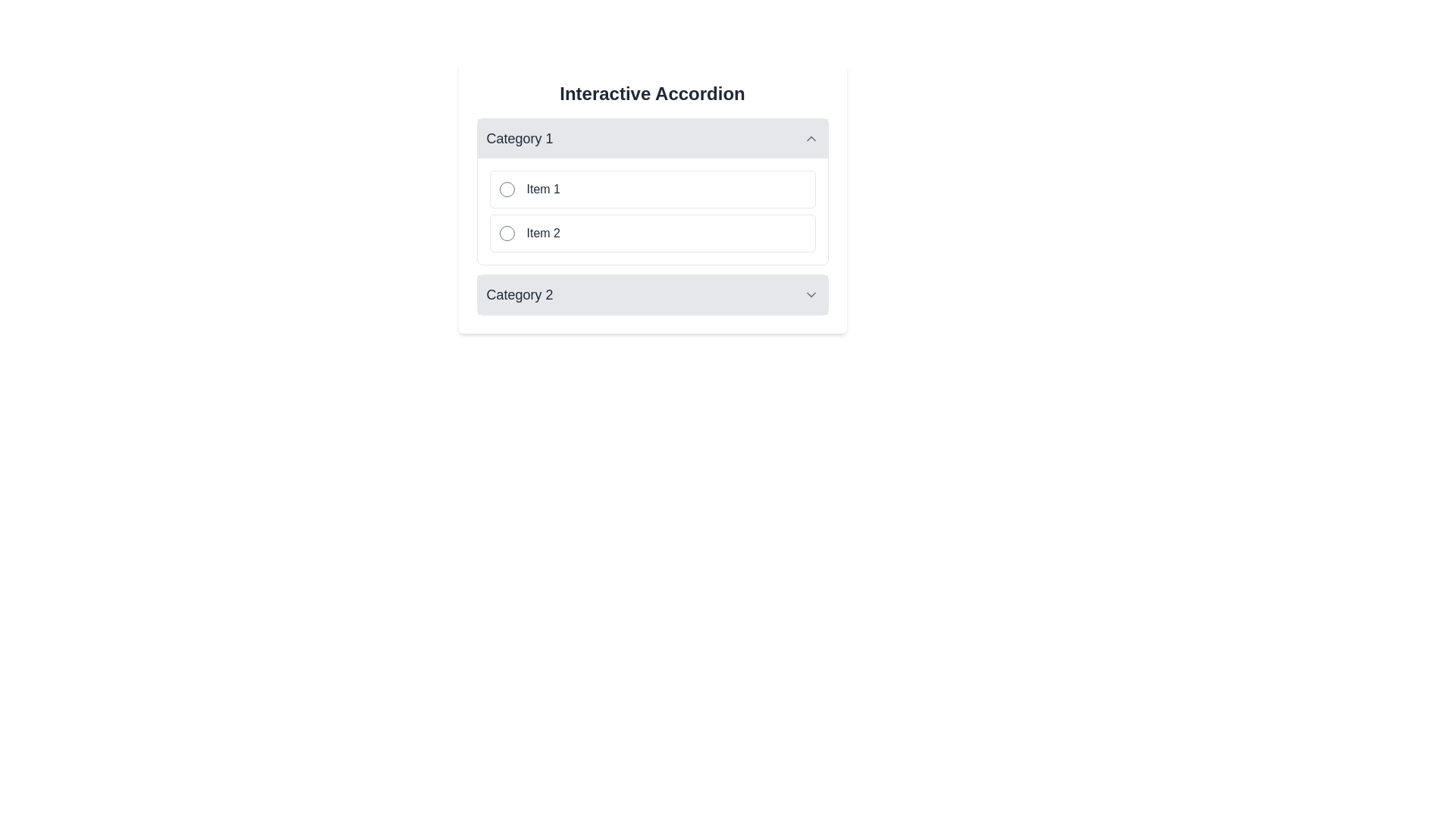  I want to click on the toggle icon on the rightmost side of the 'Category 2' section, so click(810, 295).